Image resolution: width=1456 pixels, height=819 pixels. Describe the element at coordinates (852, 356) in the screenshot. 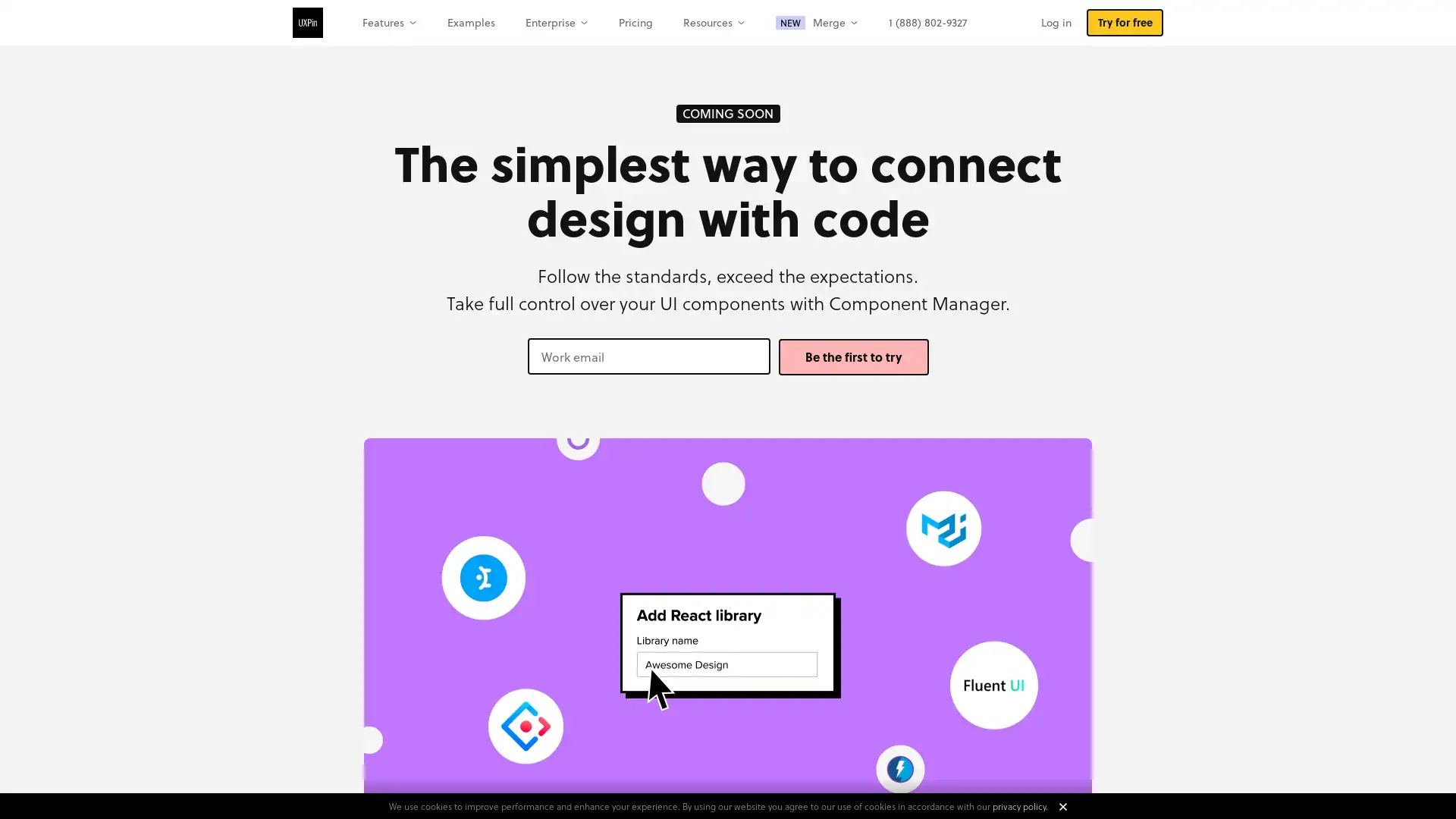

I see `Be the first to try` at that location.